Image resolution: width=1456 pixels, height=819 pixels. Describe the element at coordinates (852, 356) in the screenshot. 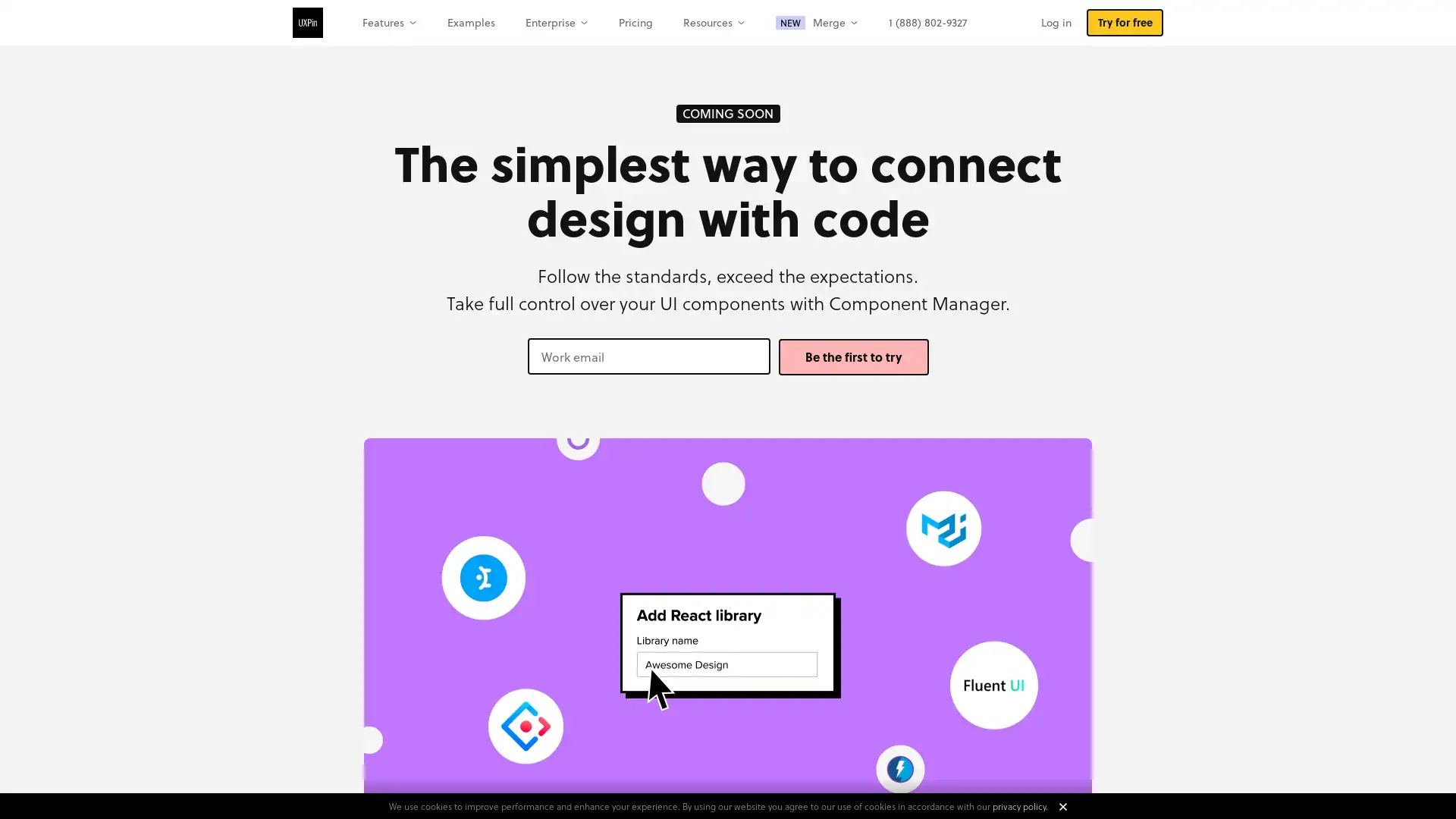

I see `Be the first to try` at that location.